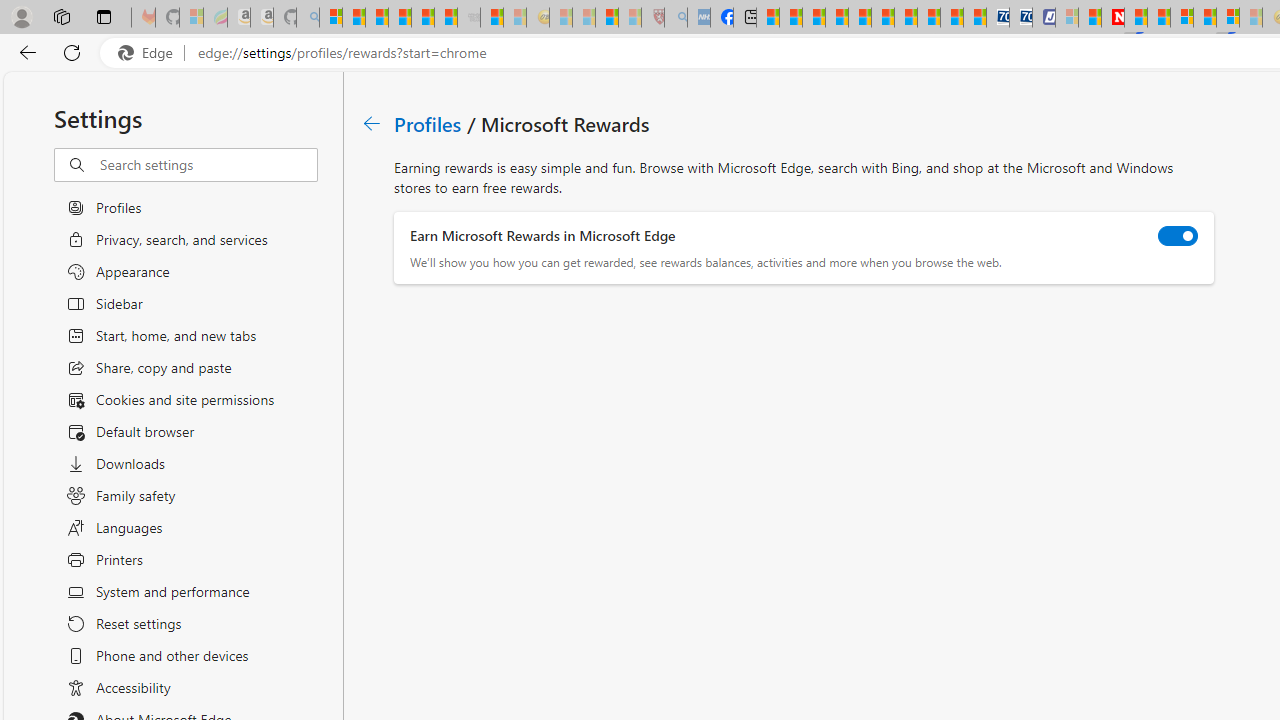  I want to click on 'Edge', so click(149, 52).